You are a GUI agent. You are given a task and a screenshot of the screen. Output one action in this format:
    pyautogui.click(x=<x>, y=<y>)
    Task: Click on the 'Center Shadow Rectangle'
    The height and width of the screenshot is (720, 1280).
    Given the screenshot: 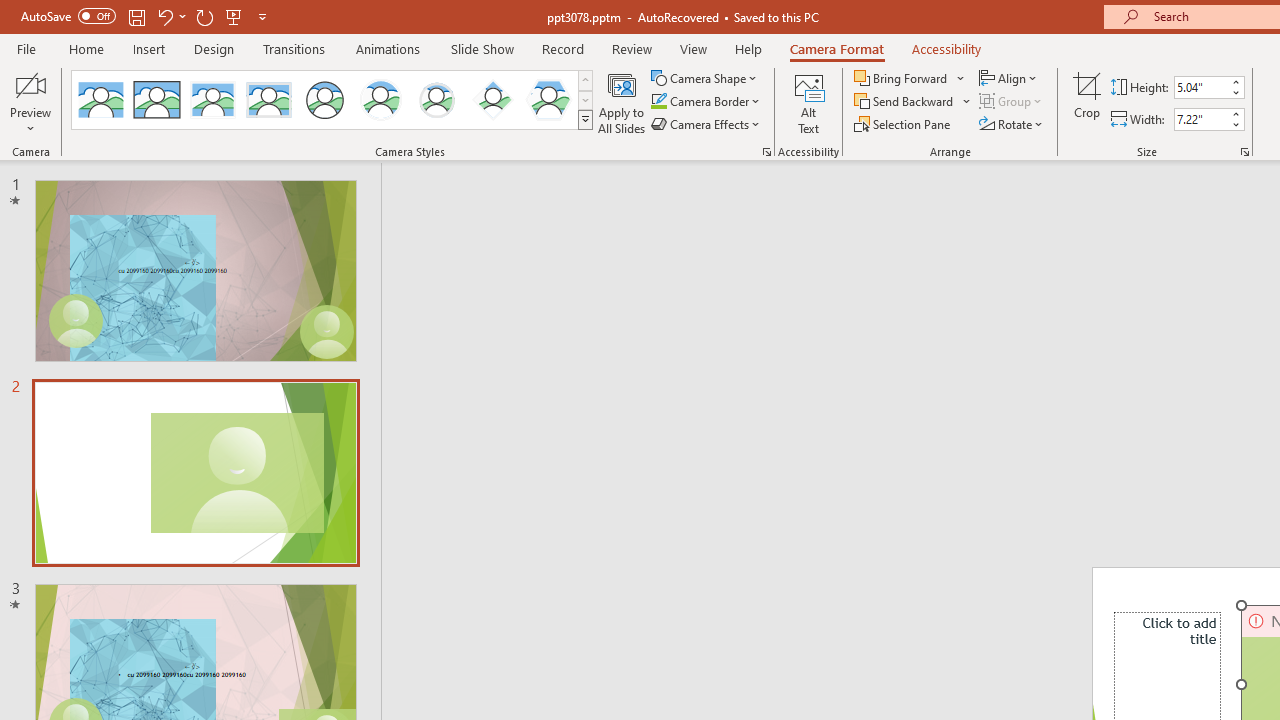 What is the action you would take?
    pyautogui.click(x=213, y=100)
    